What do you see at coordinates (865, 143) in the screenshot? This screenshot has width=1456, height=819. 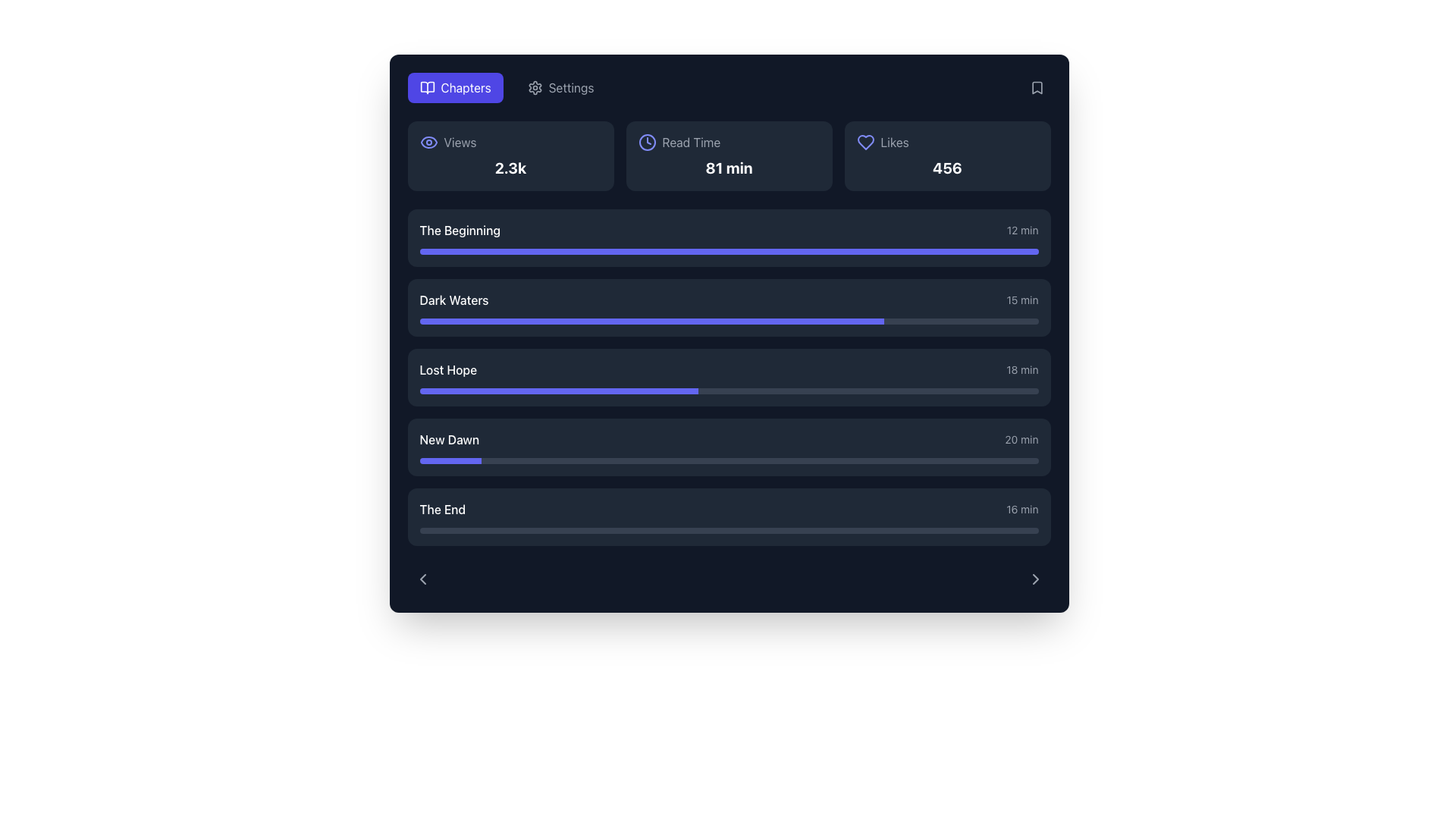 I see `the 'Likes' icon located at the top-right corner of the interface, positioned to the left of the 'Likes' text and above the associated numeric value` at bounding box center [865, 143].